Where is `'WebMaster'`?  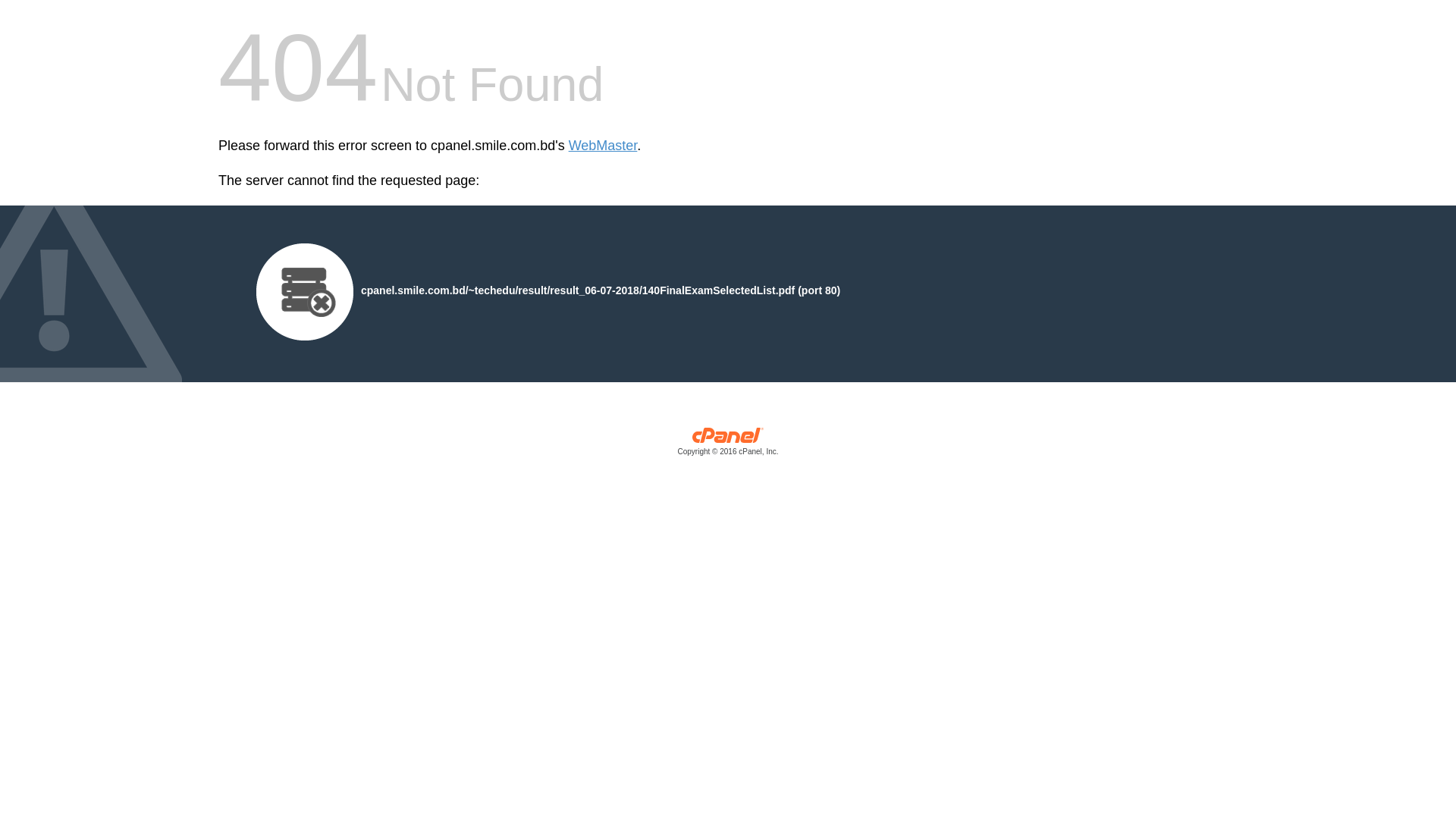 'WebMaster' is located at coordinates (602, 146).